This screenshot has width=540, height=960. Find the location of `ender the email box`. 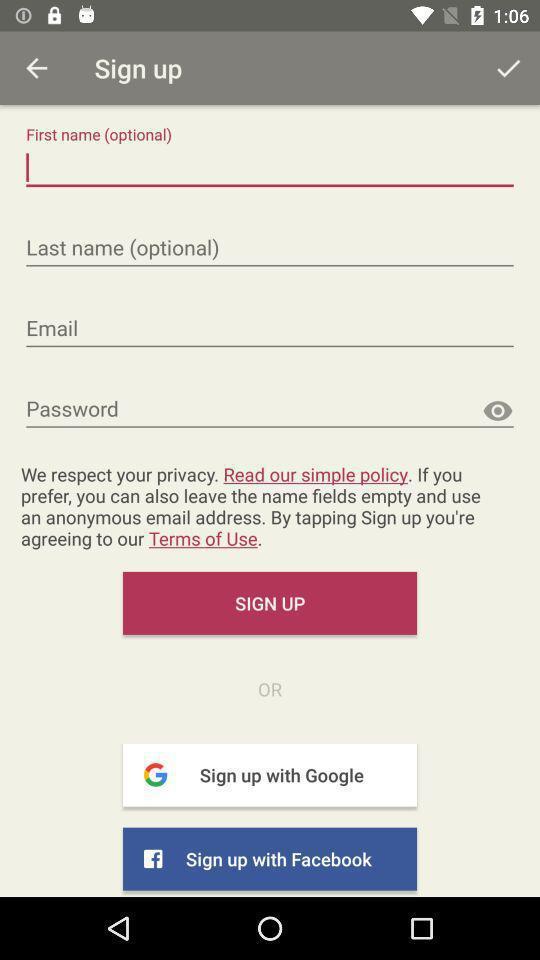

ender the email box is located at coordinates (270, 329).